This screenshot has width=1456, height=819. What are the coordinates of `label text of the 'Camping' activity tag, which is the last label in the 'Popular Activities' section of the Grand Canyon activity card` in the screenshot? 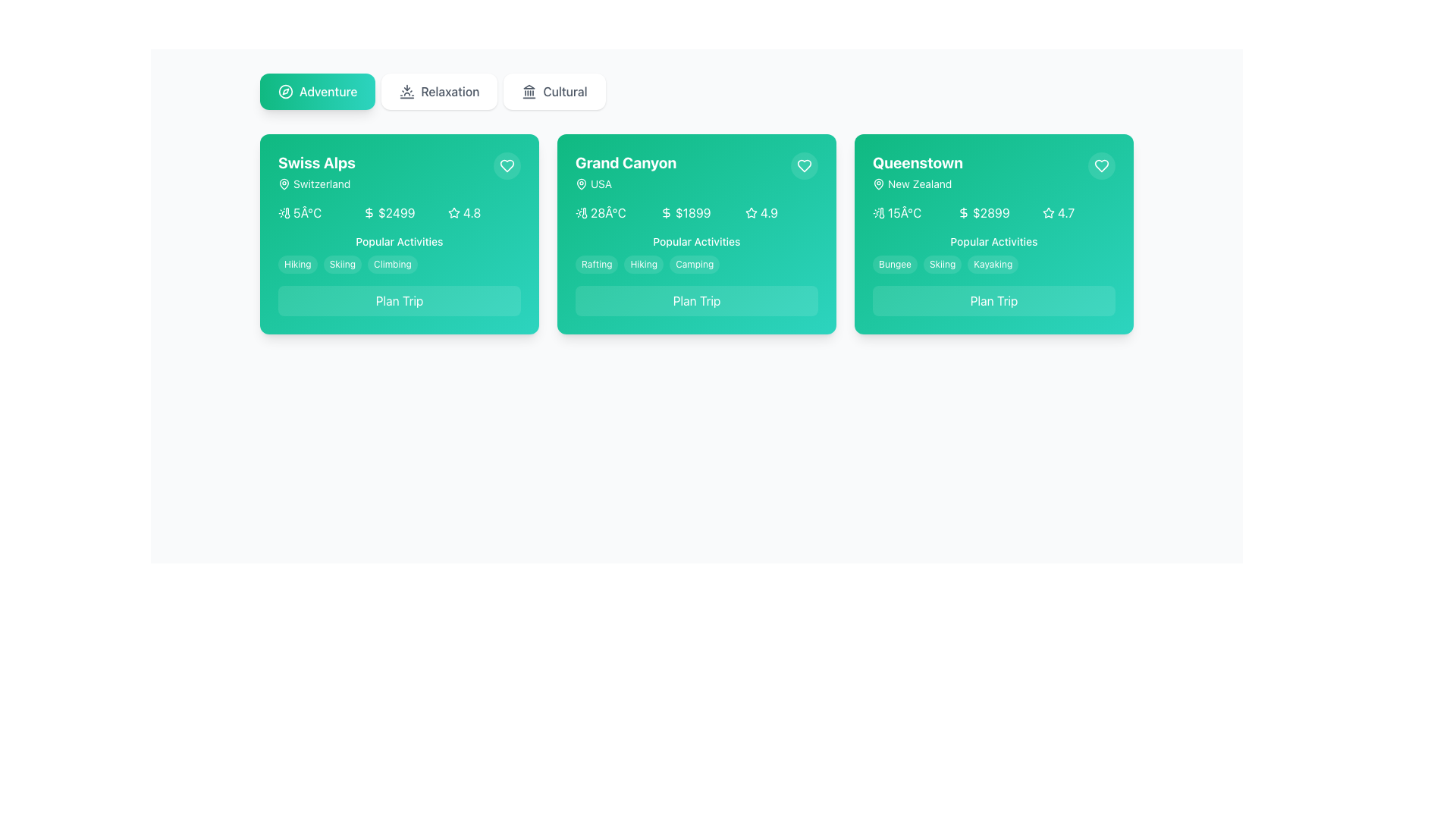 It's located at (694, 263).